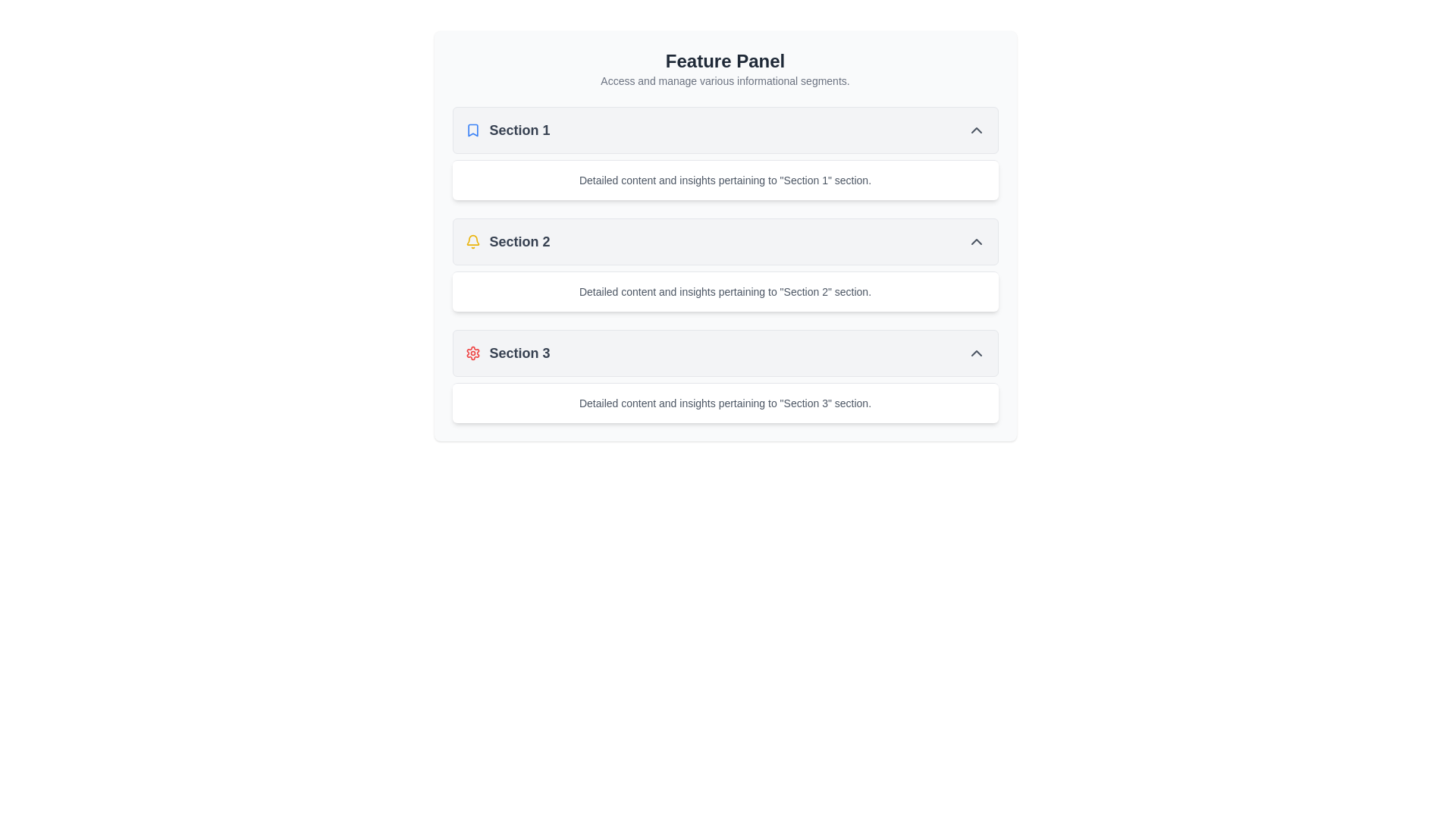  I want to click on the Text label located in the third row of the section list, to the right of the red settings icon, to associate it with the adjacent settings icon, so click(519, 353).